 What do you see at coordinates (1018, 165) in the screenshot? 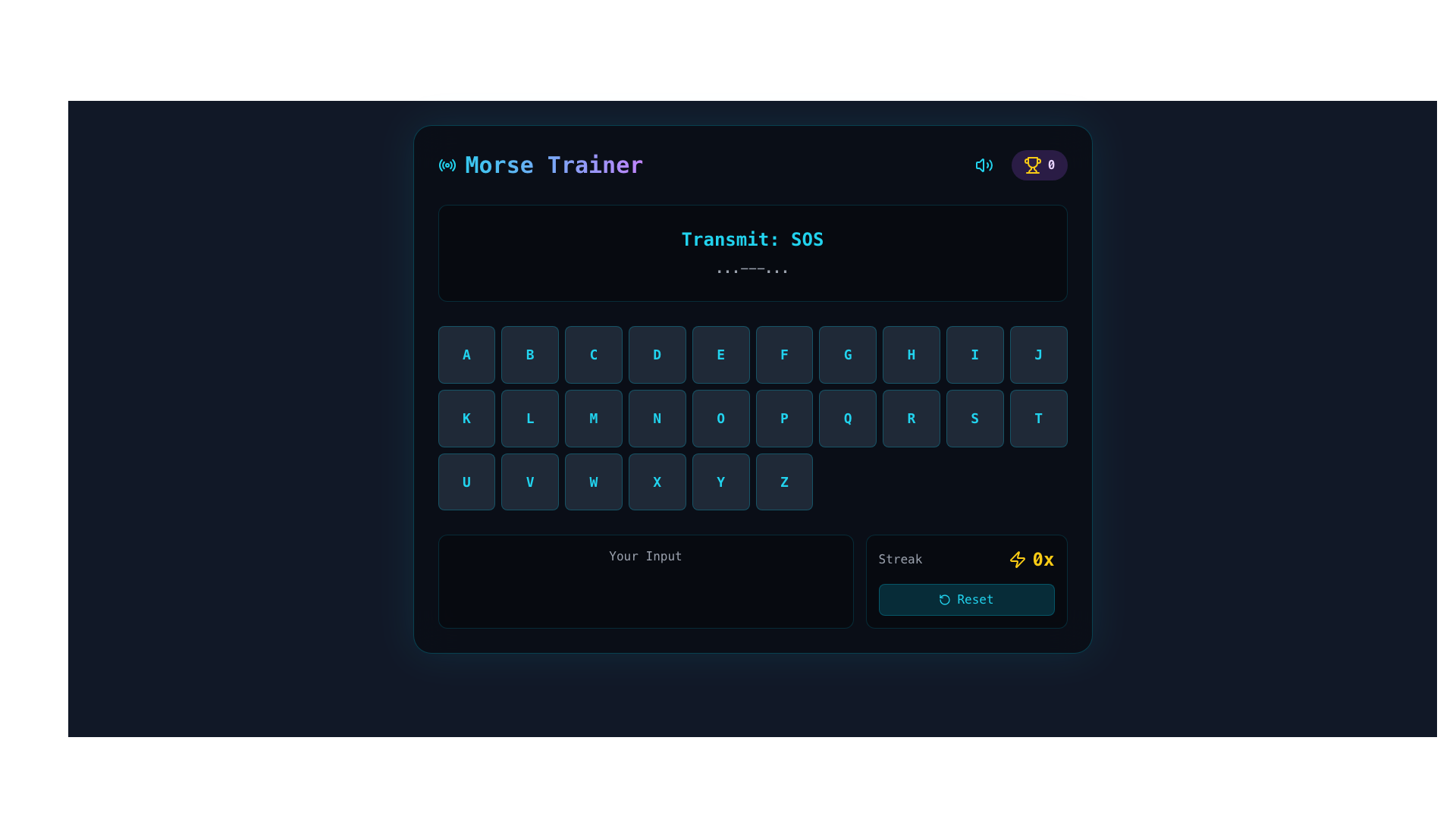
I see `the Score indicator, which is a small circular icon with a yellow trophy symbol and the number '0' in light purple font, located in the top right section of the application interface` at bounding box center [1018, 165].